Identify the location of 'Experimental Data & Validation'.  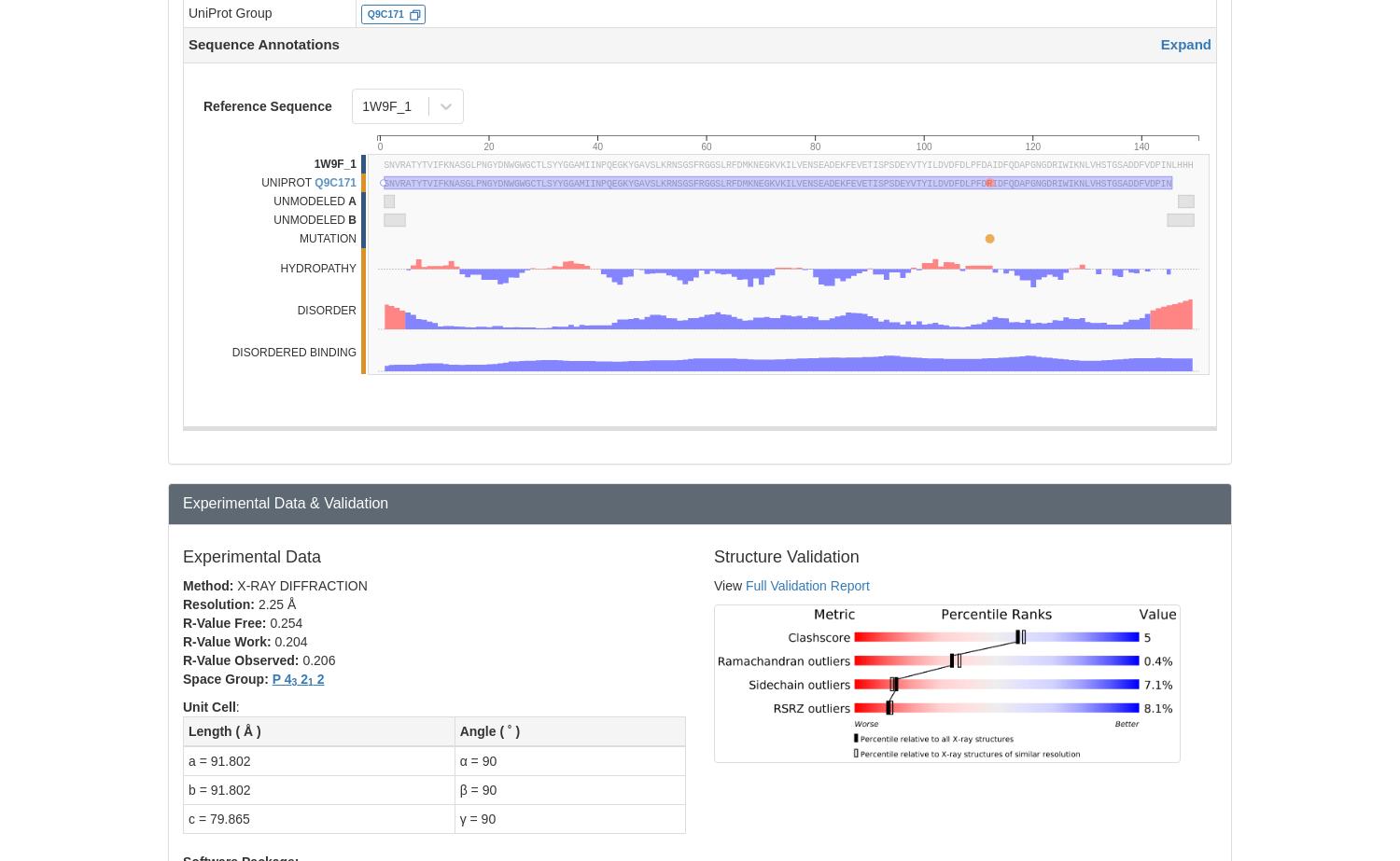
(286, 501).